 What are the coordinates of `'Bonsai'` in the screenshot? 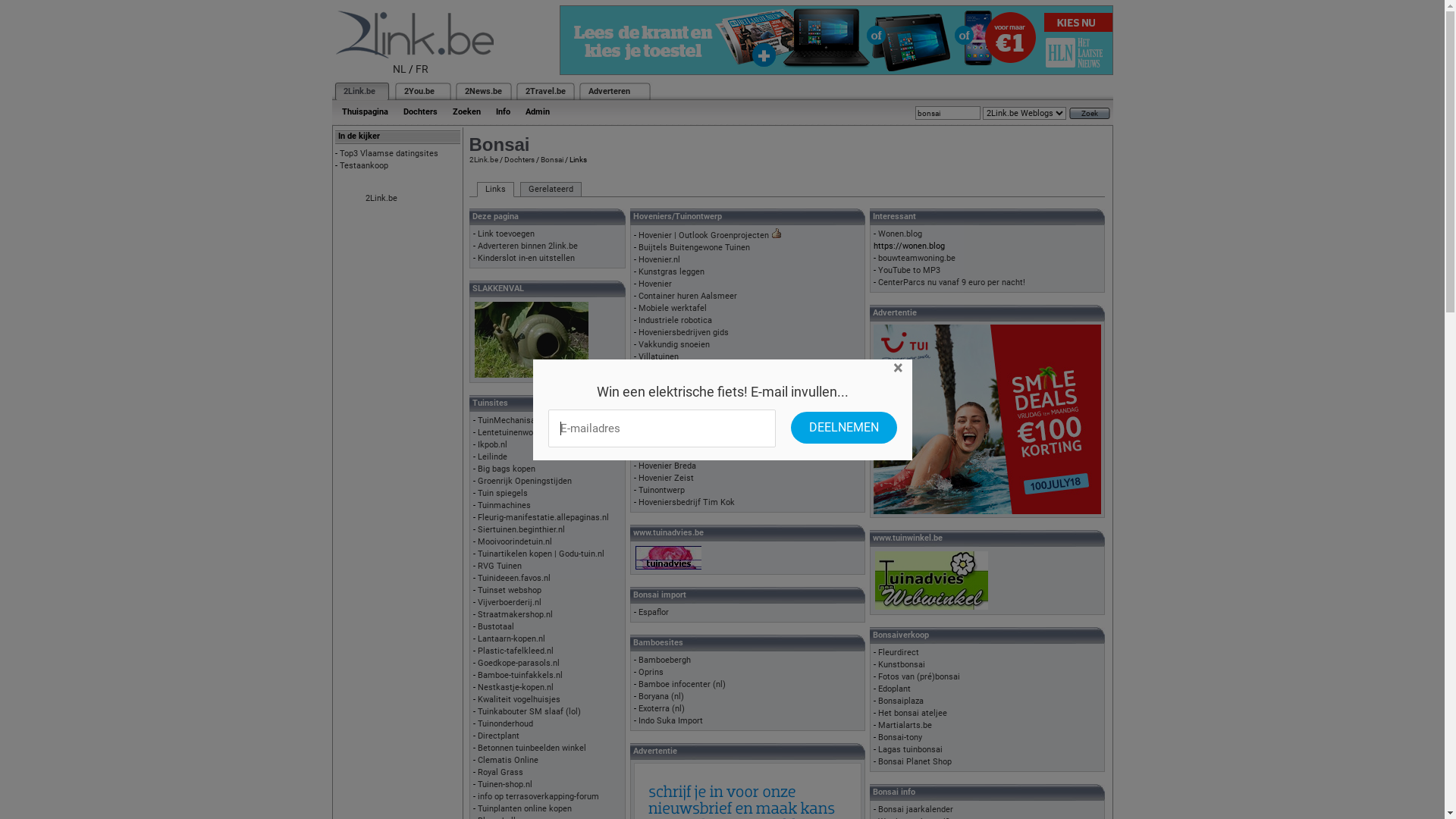 It's located at (550, 159).